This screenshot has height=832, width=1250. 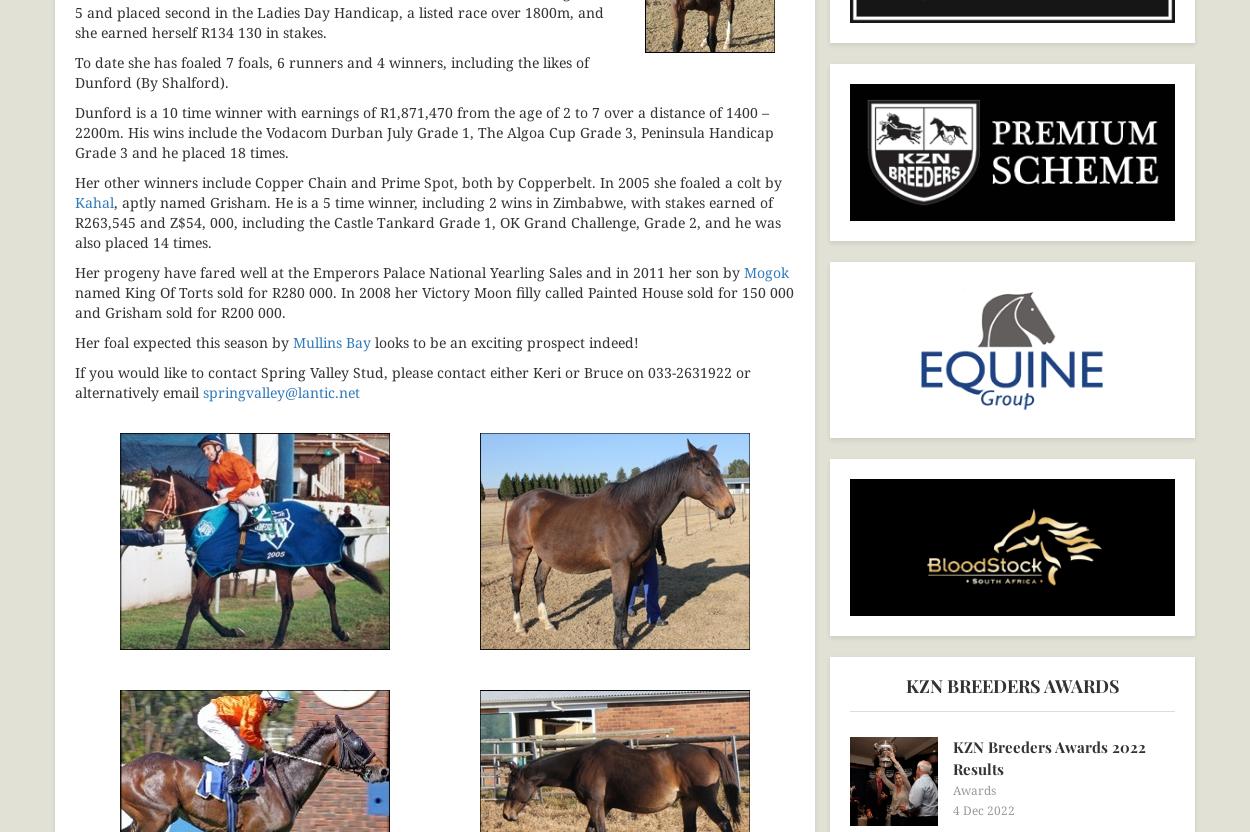 What do you see at coordinates (370, 341) in the screenshot?
I see `'looks to be an exciting prospect indeed!'` at bounding box center [370, 341].